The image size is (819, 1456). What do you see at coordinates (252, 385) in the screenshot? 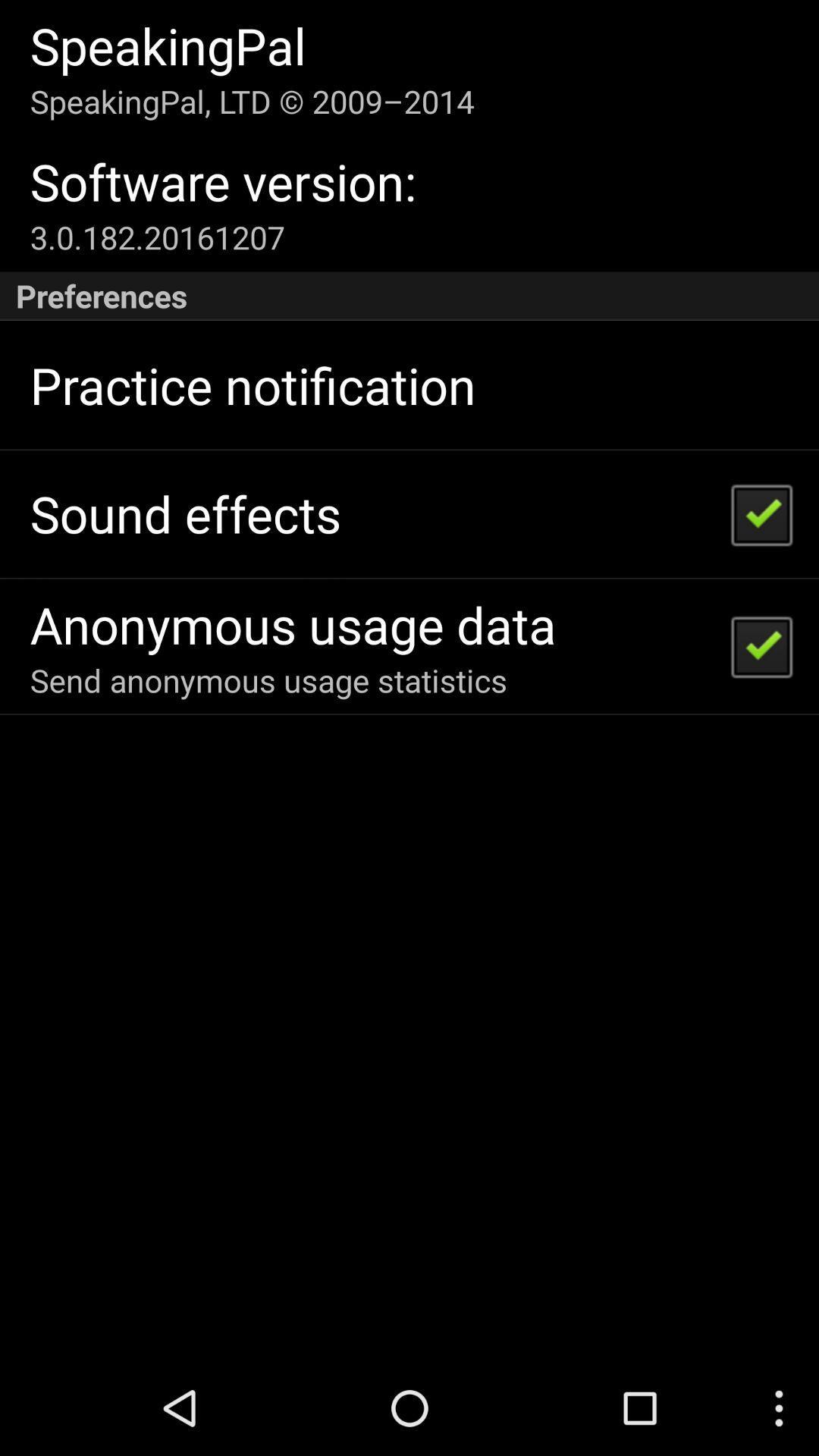
I see `practice notification icon` at bounding box center [252, 385].